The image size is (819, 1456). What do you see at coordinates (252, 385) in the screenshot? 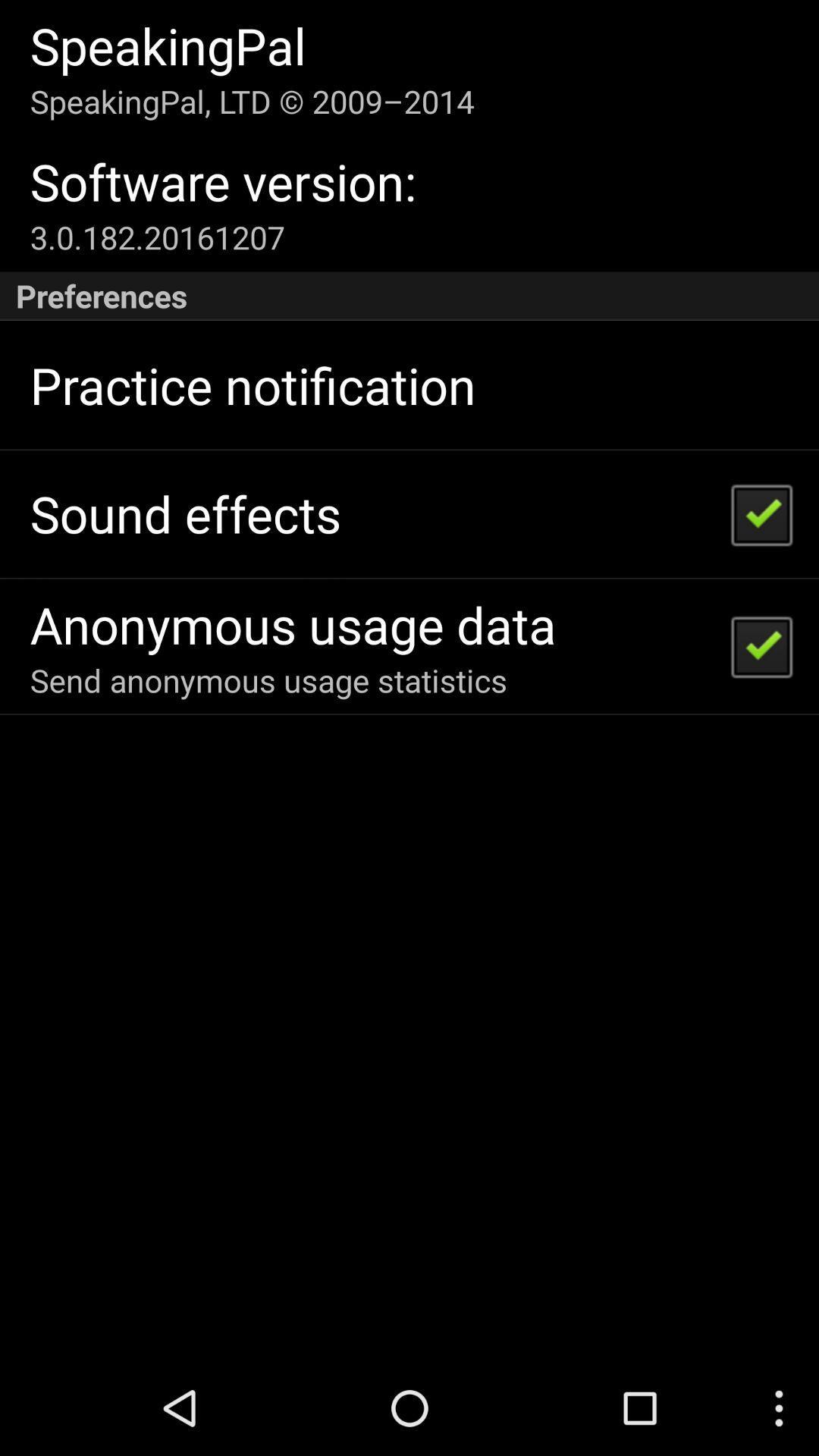
I see `practice notification icon` at bounding box center [252, 385].